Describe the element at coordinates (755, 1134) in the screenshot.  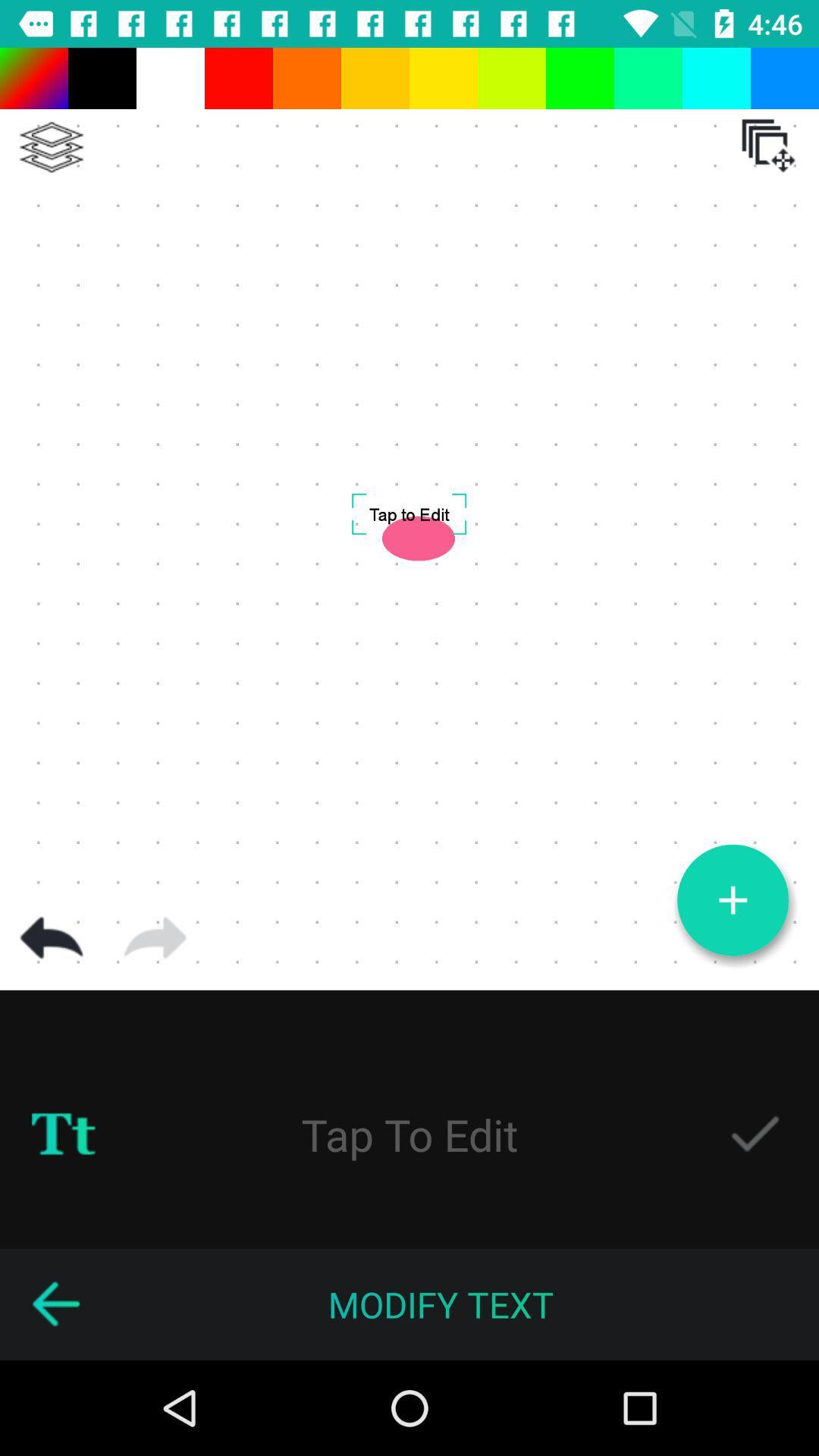
I see `design` at that location.